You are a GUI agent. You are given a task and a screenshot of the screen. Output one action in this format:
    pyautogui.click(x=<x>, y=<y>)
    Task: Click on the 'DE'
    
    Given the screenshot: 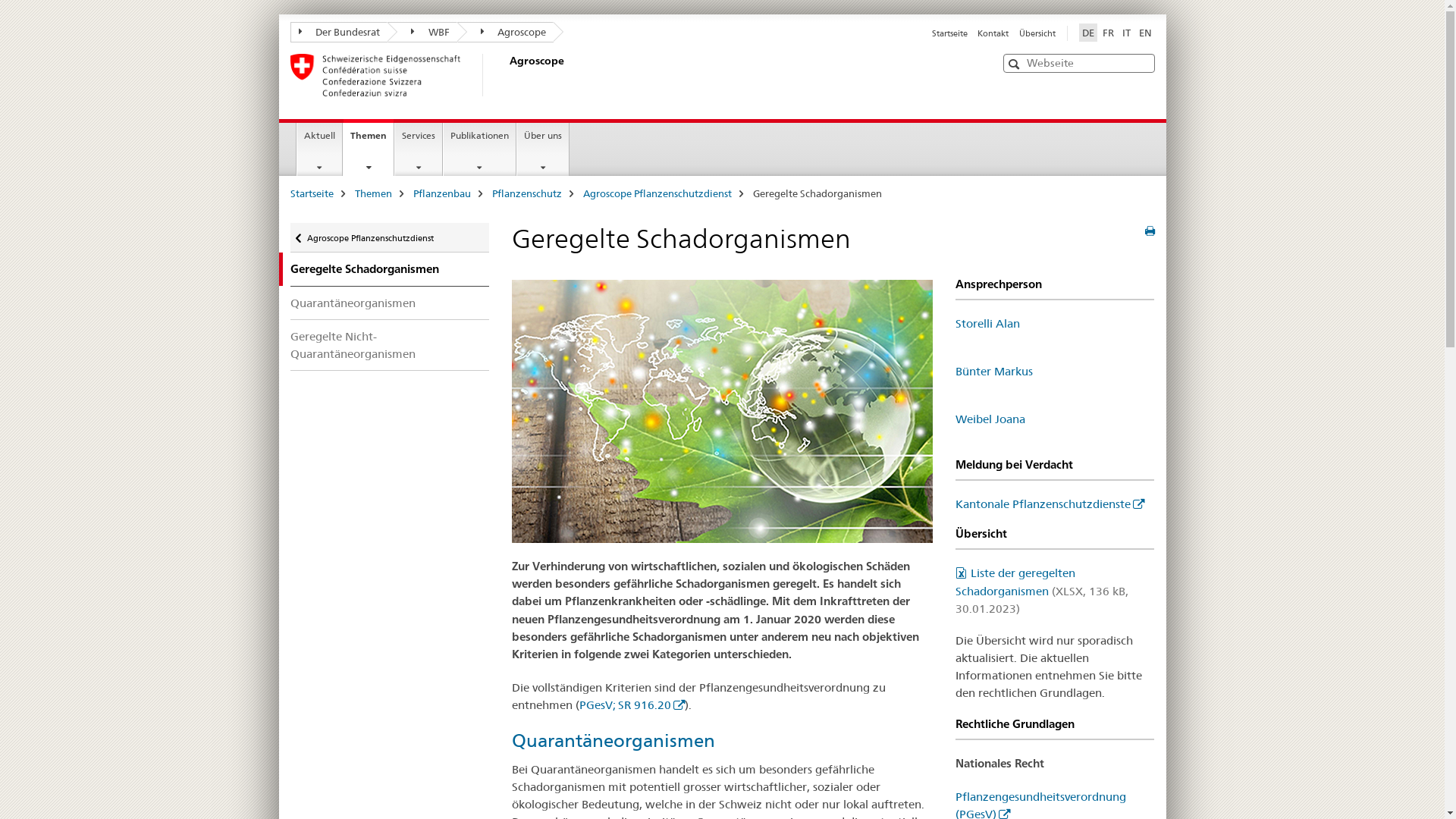 What is the action you would take?
    pyautogui.click(x=1077, y=32)
    